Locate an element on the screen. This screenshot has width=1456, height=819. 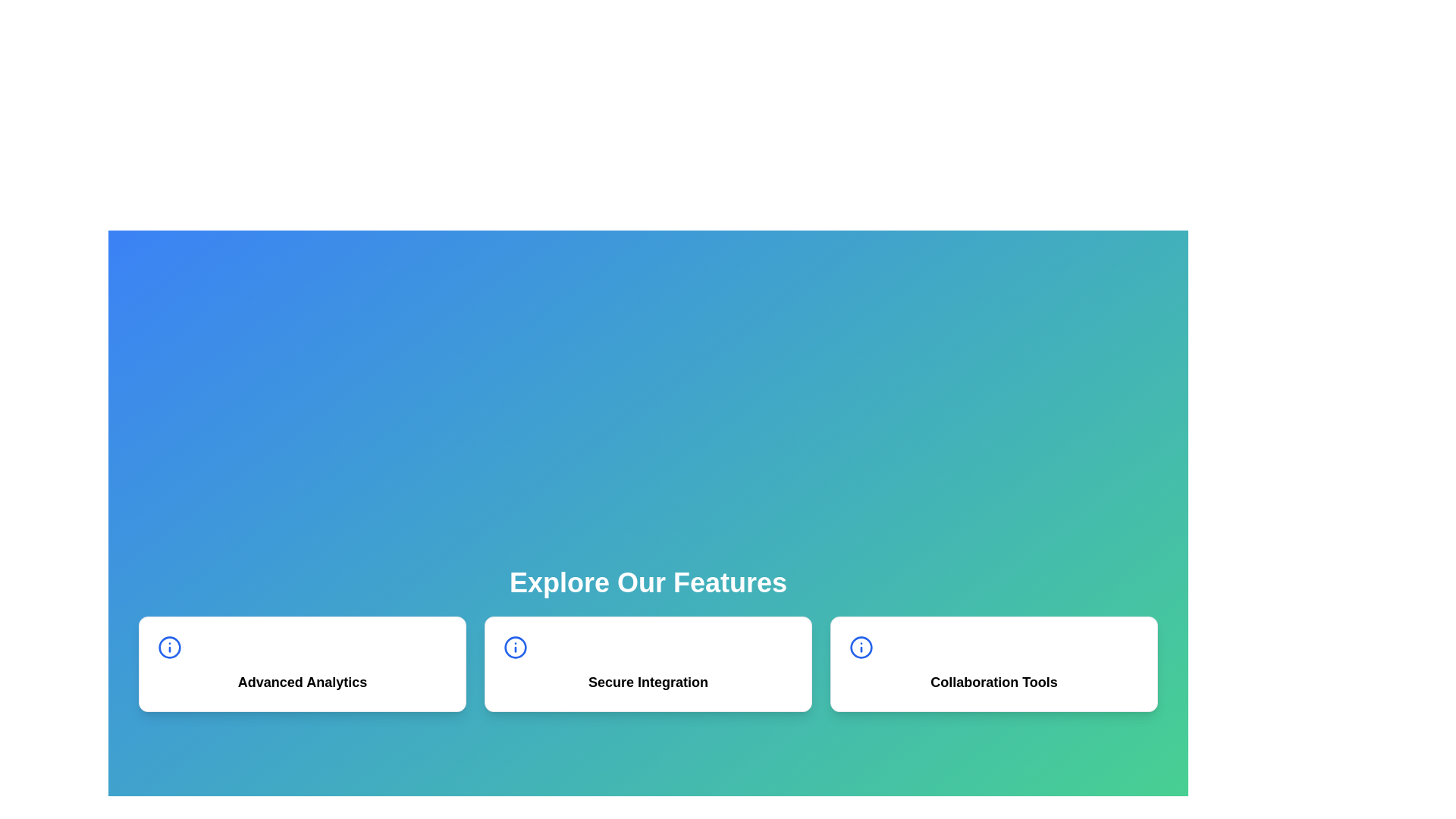
the 'Collaboration Tools' clickable card, which is the third card in a horizontal row is located at coordinates (993, 663).